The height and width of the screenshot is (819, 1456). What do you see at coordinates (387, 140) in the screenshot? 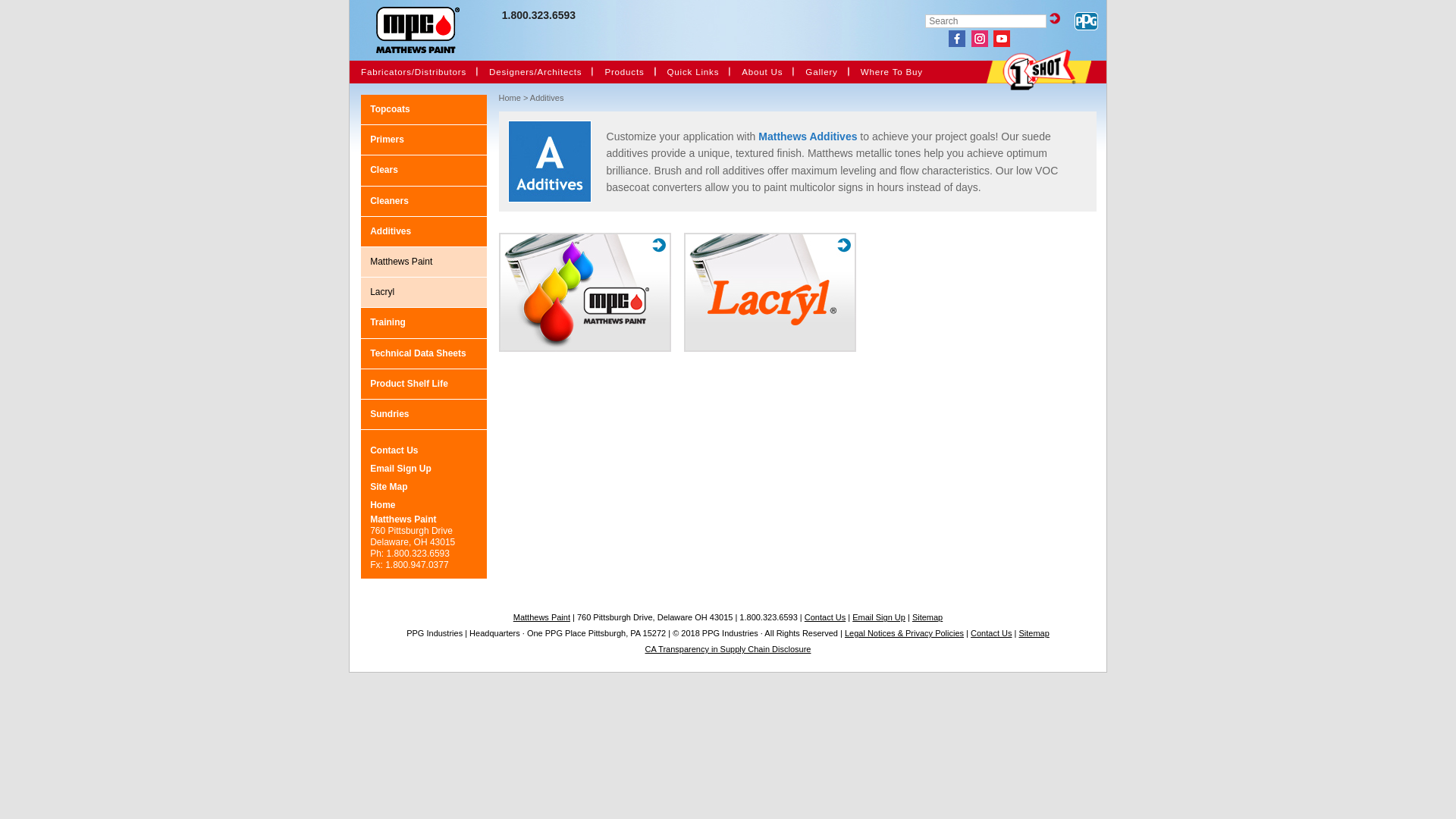
I see `'Primers'` at bounding box center [387, 140].